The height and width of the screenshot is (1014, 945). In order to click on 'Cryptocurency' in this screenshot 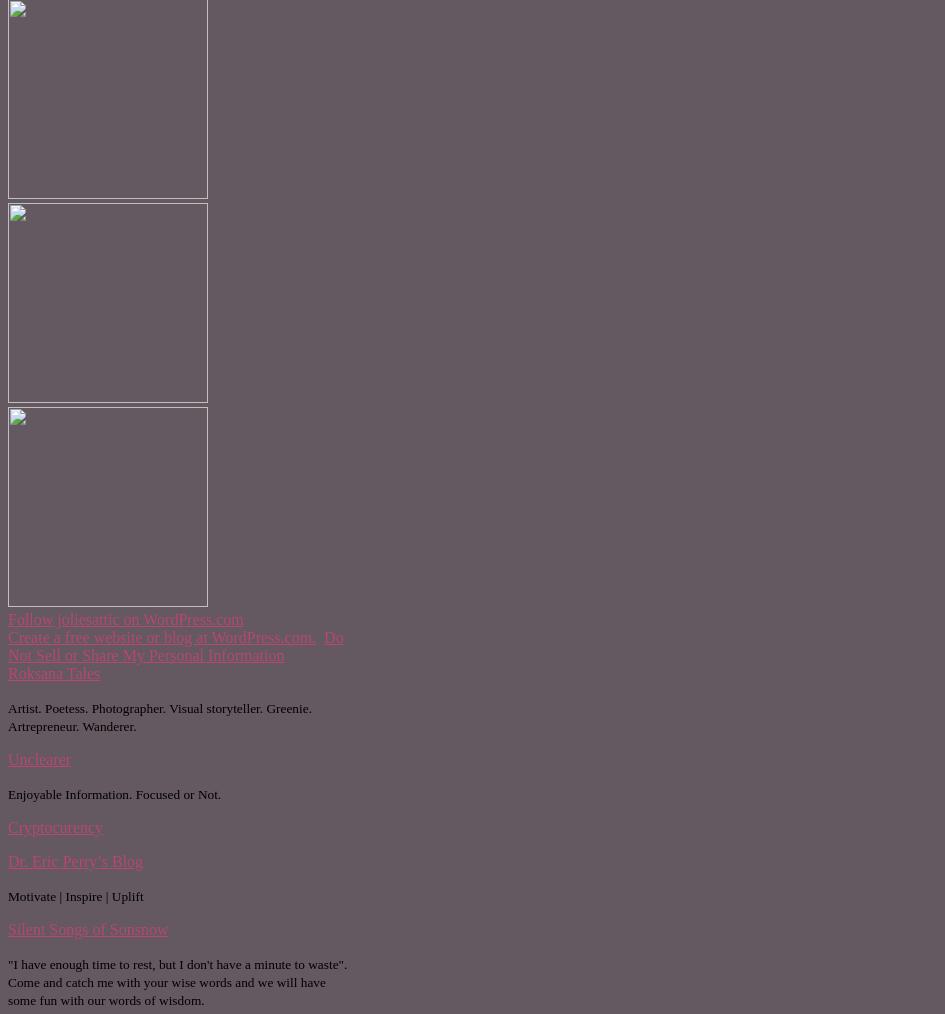, I will do `click(55, 826)`.